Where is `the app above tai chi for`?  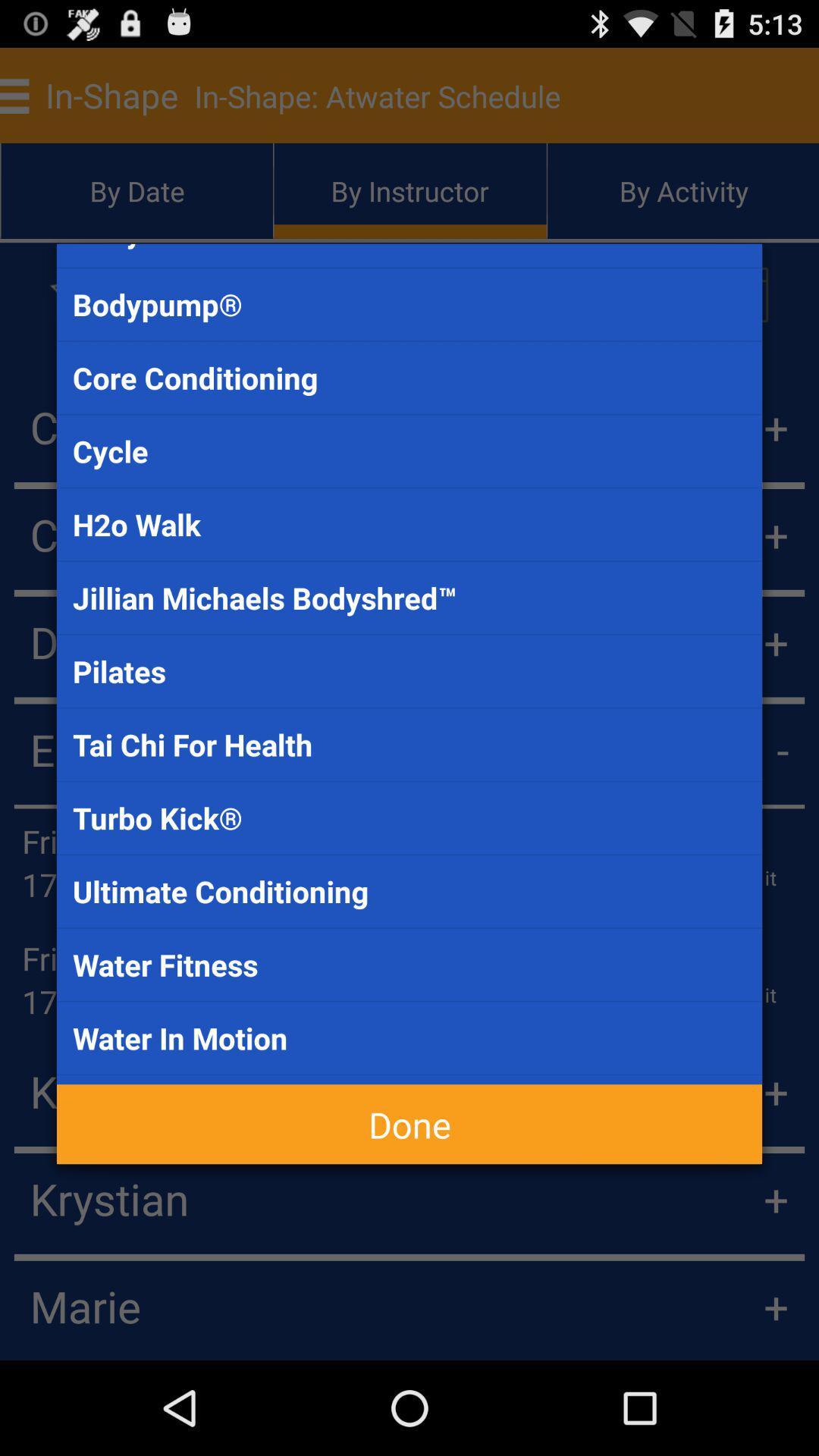
the app above tai chi for is located at coordinates (409, 670).